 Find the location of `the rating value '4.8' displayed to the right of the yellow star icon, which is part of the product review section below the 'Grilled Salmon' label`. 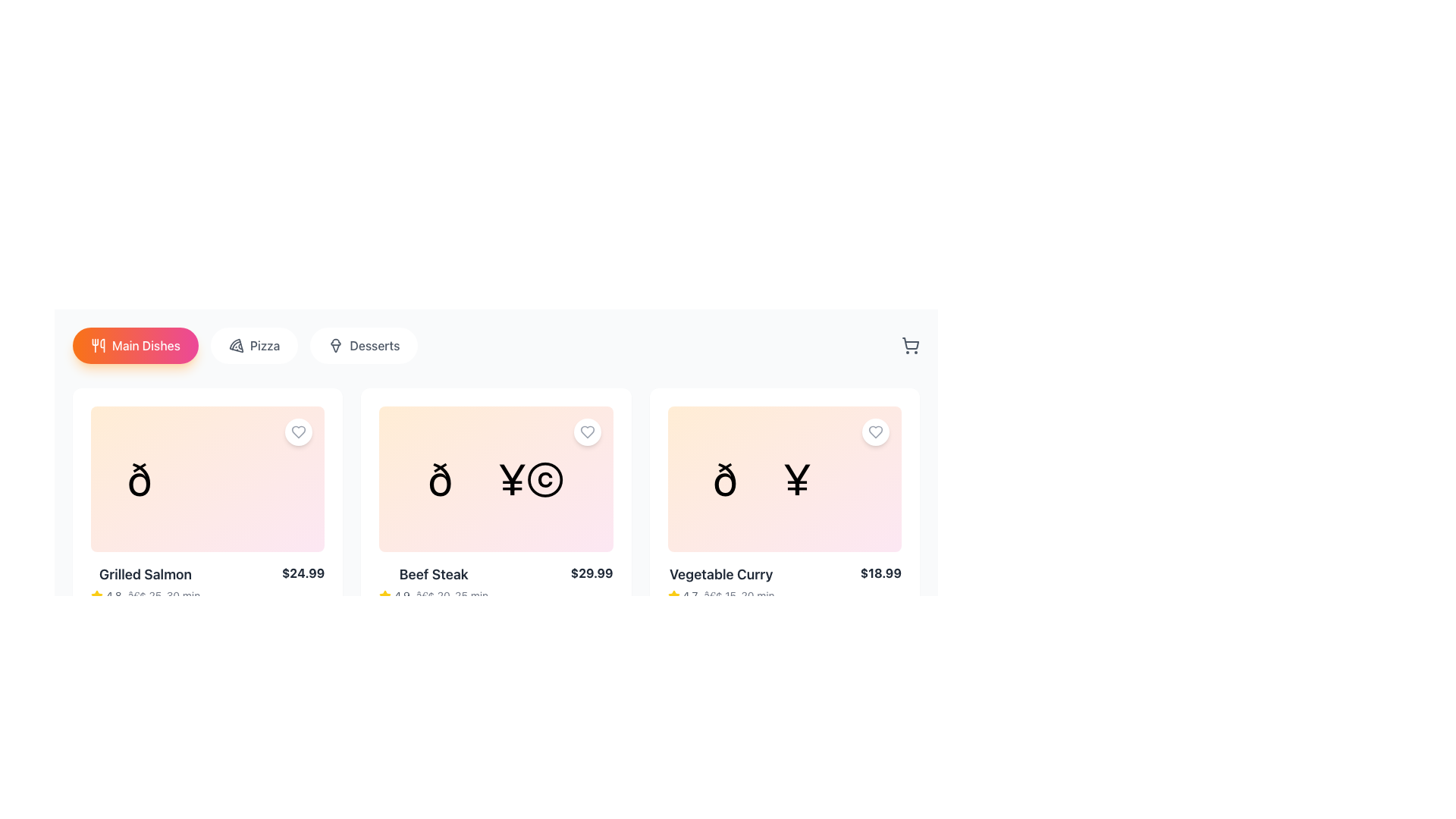

the rating value '4.8' displayed to the right of the yellow star icon, which is part of the product review section below the 'Grilled Salmon' label is located at coordinates (113, 595).